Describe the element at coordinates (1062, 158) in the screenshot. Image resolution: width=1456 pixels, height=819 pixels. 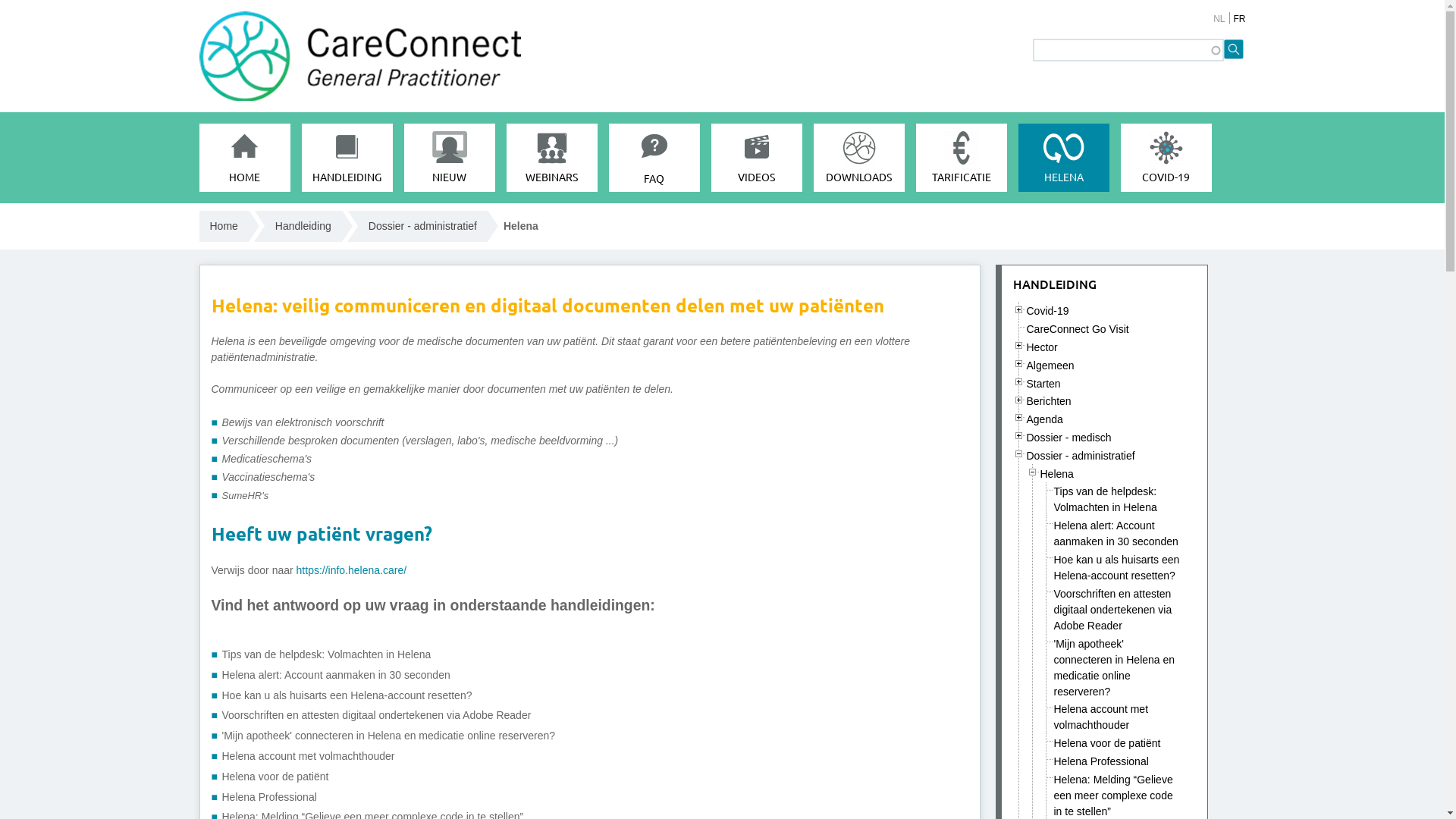
I see `'HELENA'` at that location.